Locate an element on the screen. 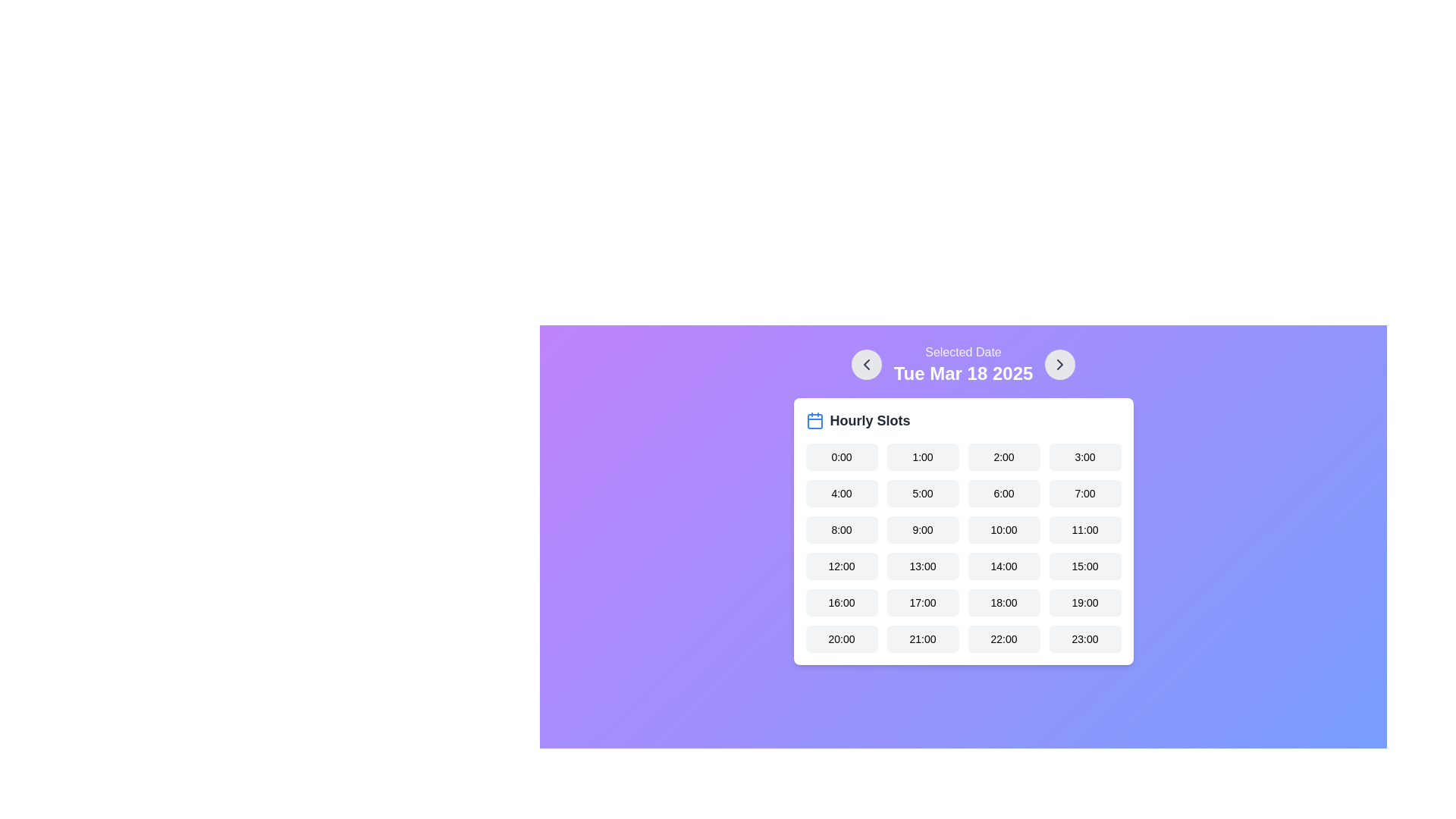  the button labeled '3:00' in the 'Hourly Slots' section is located at coordinates (1084, 456).